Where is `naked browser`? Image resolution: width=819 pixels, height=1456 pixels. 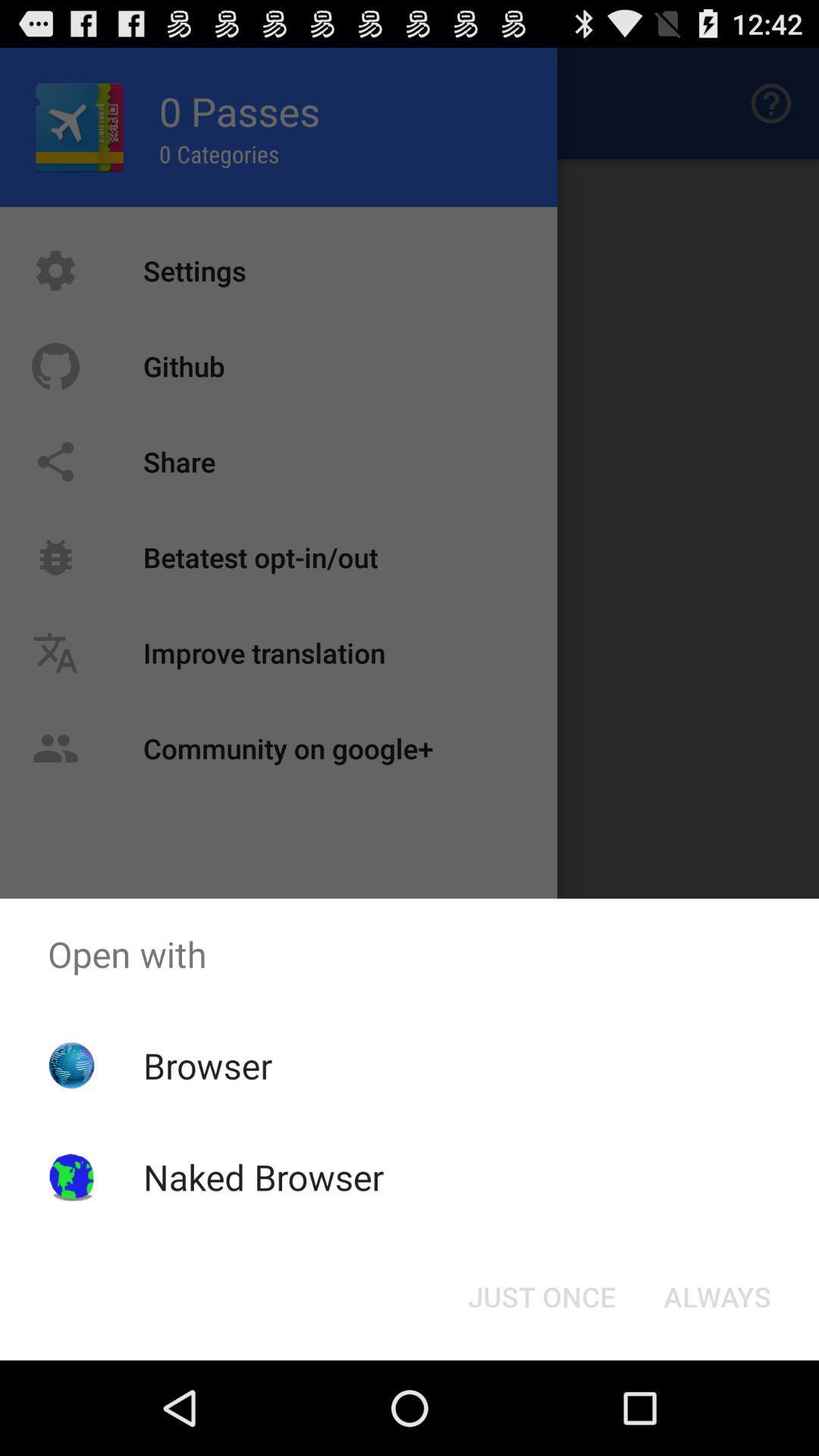
naked browser is located at coordinates (262, 1176).